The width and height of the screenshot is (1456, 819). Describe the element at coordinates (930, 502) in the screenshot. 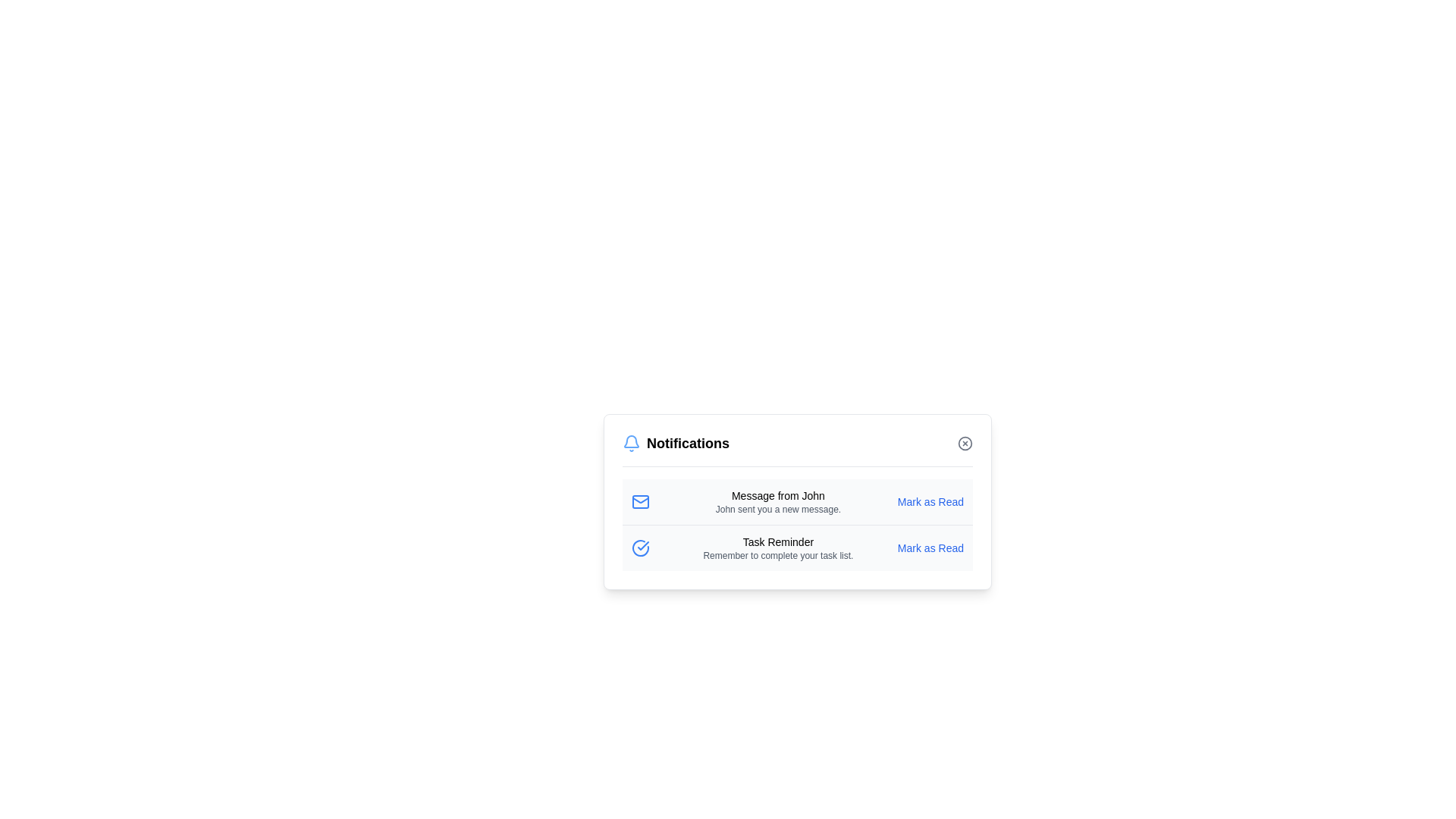

I see `the blue text link 'Mark as Read'` at that location.